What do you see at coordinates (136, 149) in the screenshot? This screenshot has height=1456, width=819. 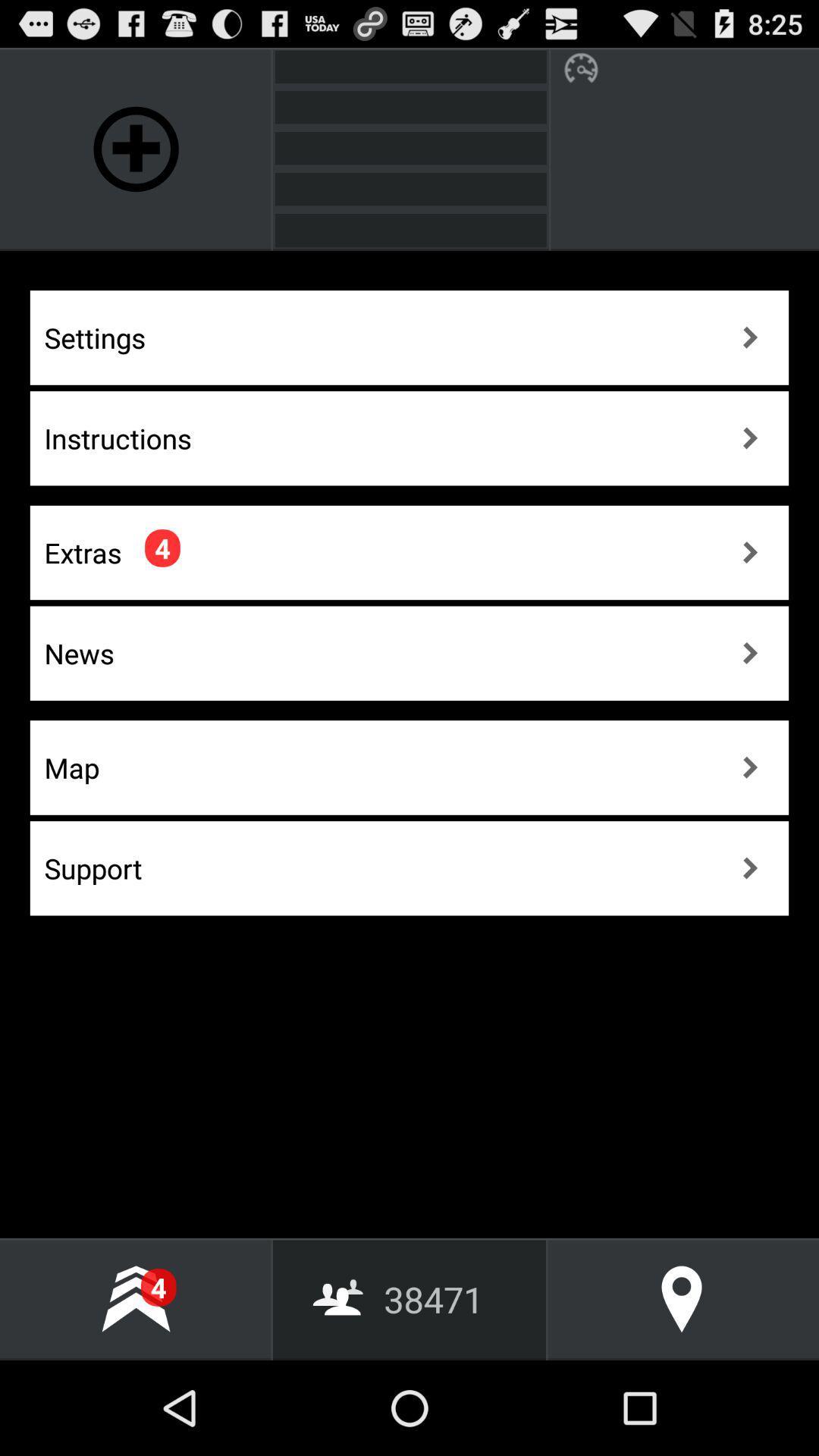 I see `the button which is above the settings` at bounding box center [136, 149].